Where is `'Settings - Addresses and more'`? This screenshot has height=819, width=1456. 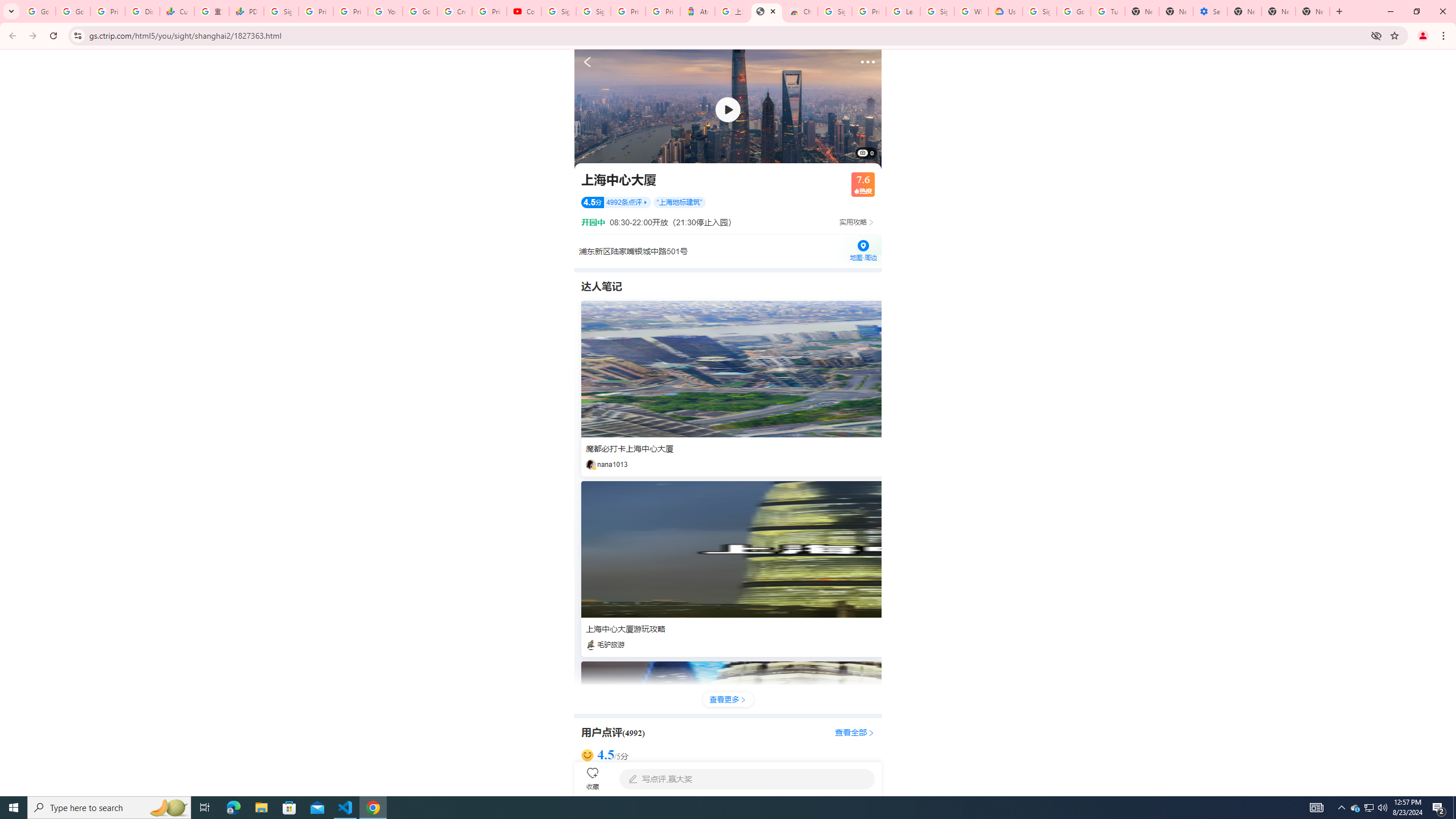 'Settings - Addresses and more' is located at coordinates (1210, 11).